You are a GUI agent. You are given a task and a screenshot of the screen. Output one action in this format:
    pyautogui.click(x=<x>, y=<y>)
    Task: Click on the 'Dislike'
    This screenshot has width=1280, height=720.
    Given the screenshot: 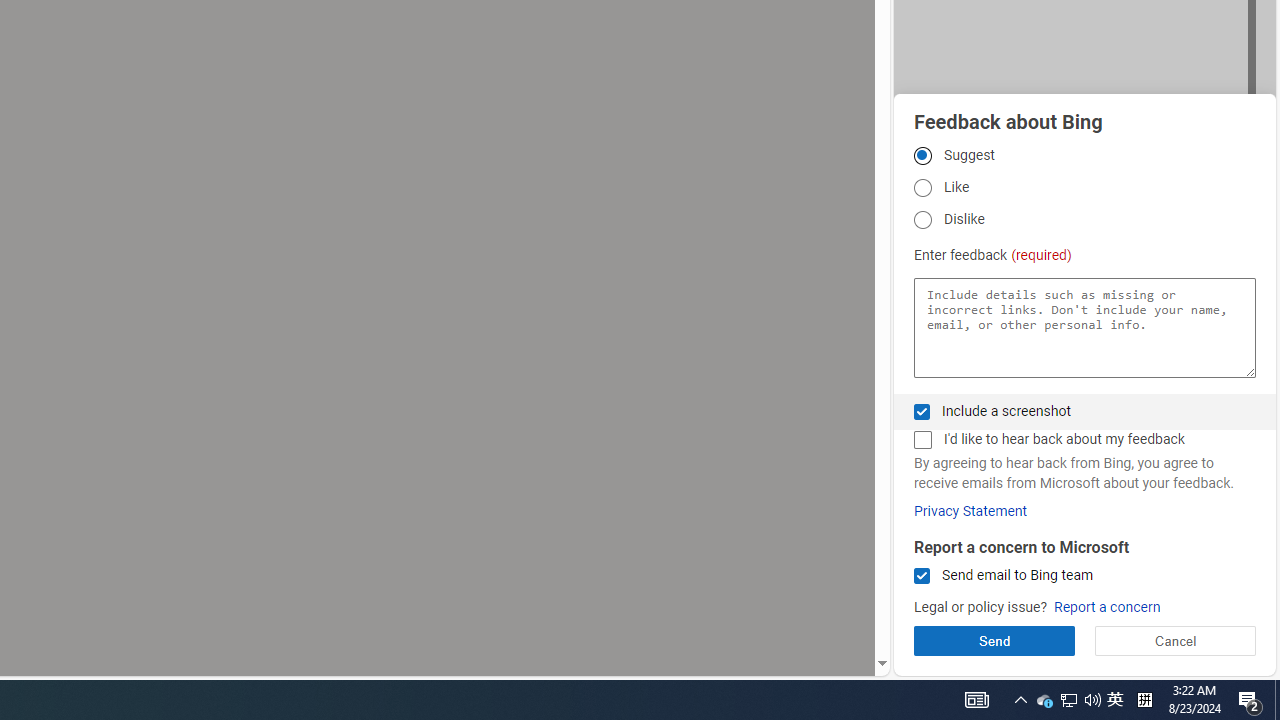 What is the action you would take?
    pyautogui.click(x=921, y=219)
    